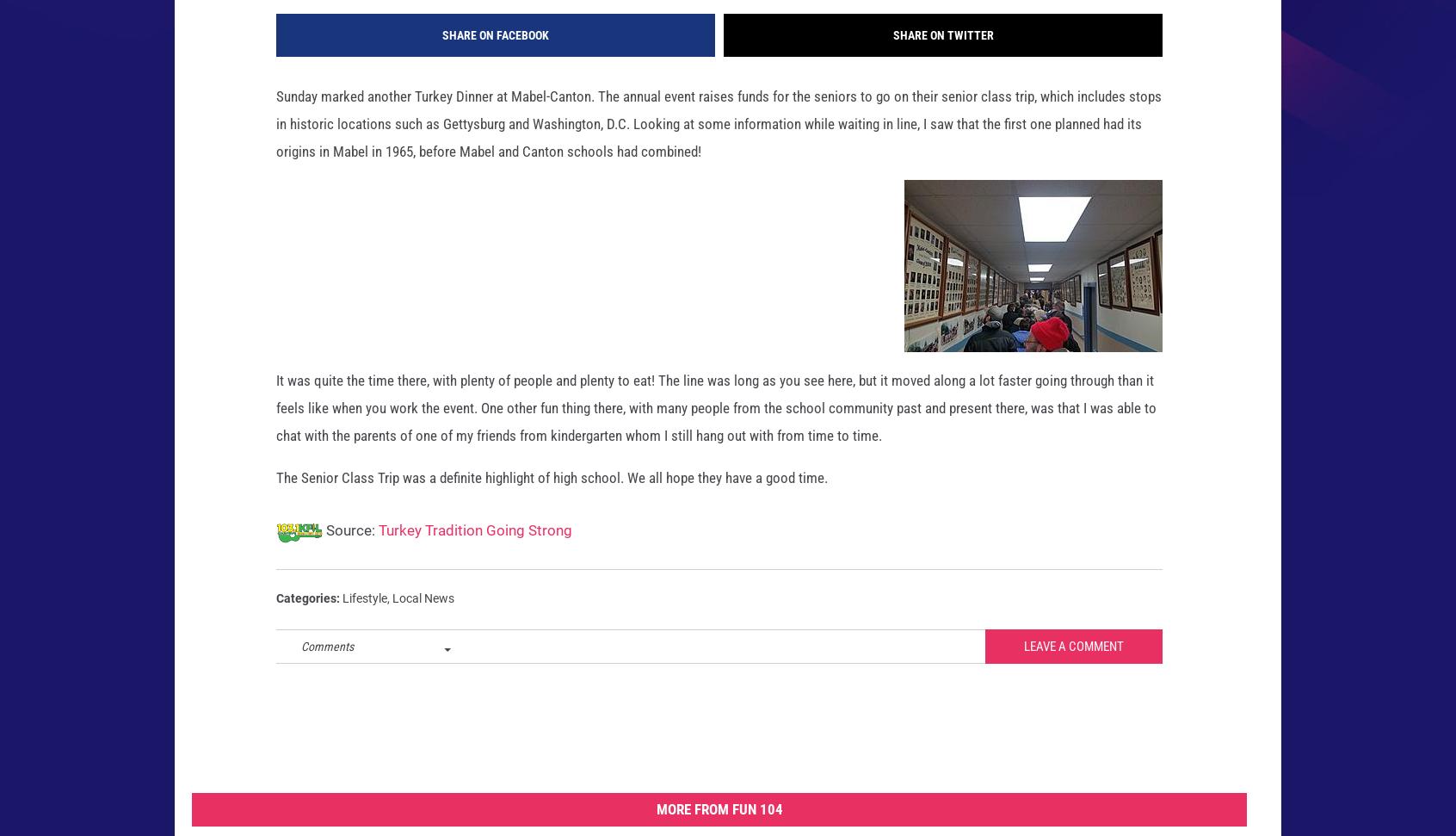 The width and height of the screenshot is (1456, 836). What do you see at coordinates (719, 151) in the screenshot?
I see `'Sunday marked another Turkey Dinner at Mabel-Canton. The annual event raises funds for the seniors to go on their senior class trip, which includes stops in historic locations such as Gettysburg and Washington, D.C. Looking at some information while waiting in line, I saw that the first one planned had its origins in Mabel in 1965, before Mabel and Canton schools had combined!'` at bounding box center [719, 151].